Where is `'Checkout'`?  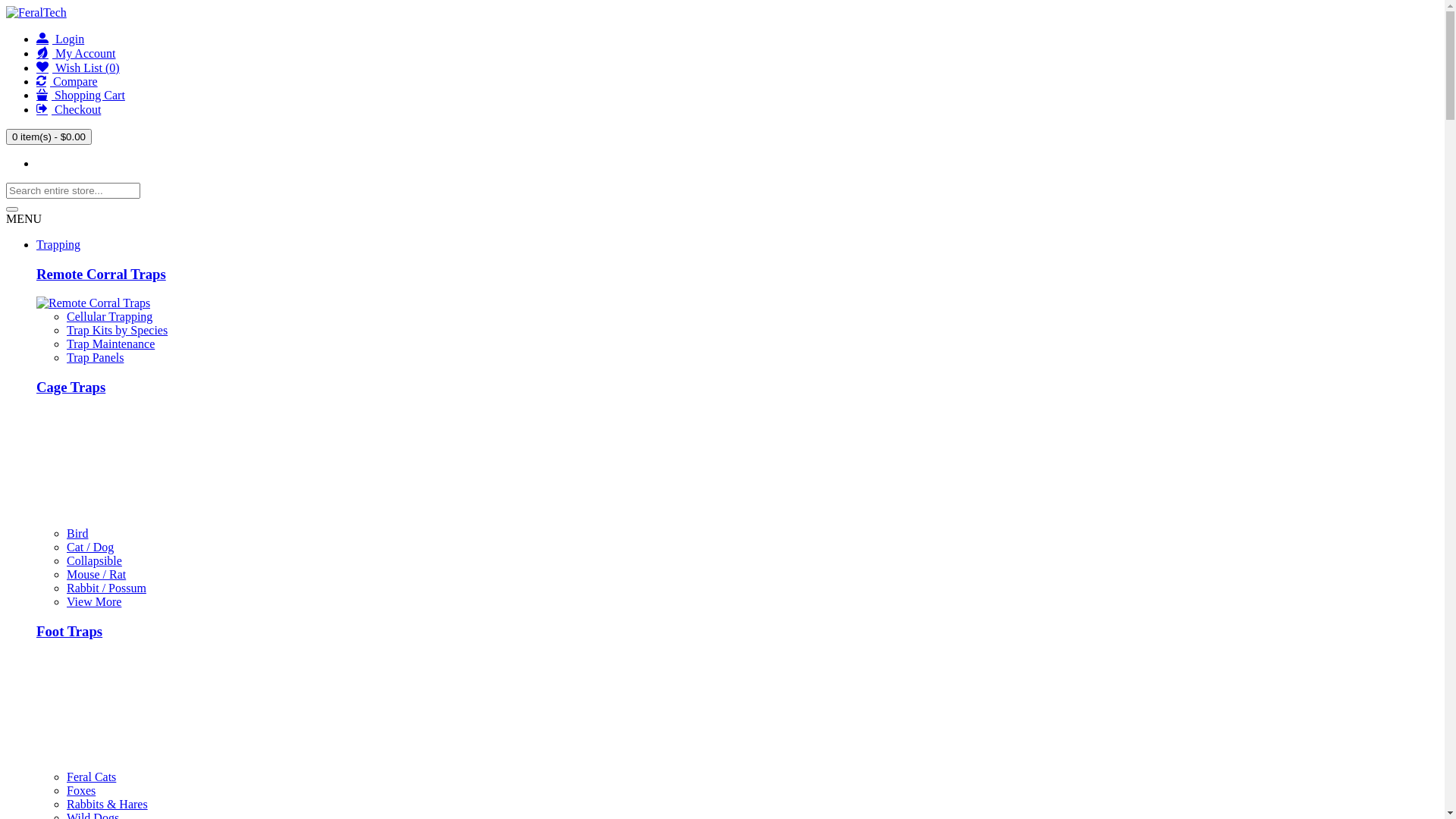 'Checkout' is located at coordinates (67, 108).